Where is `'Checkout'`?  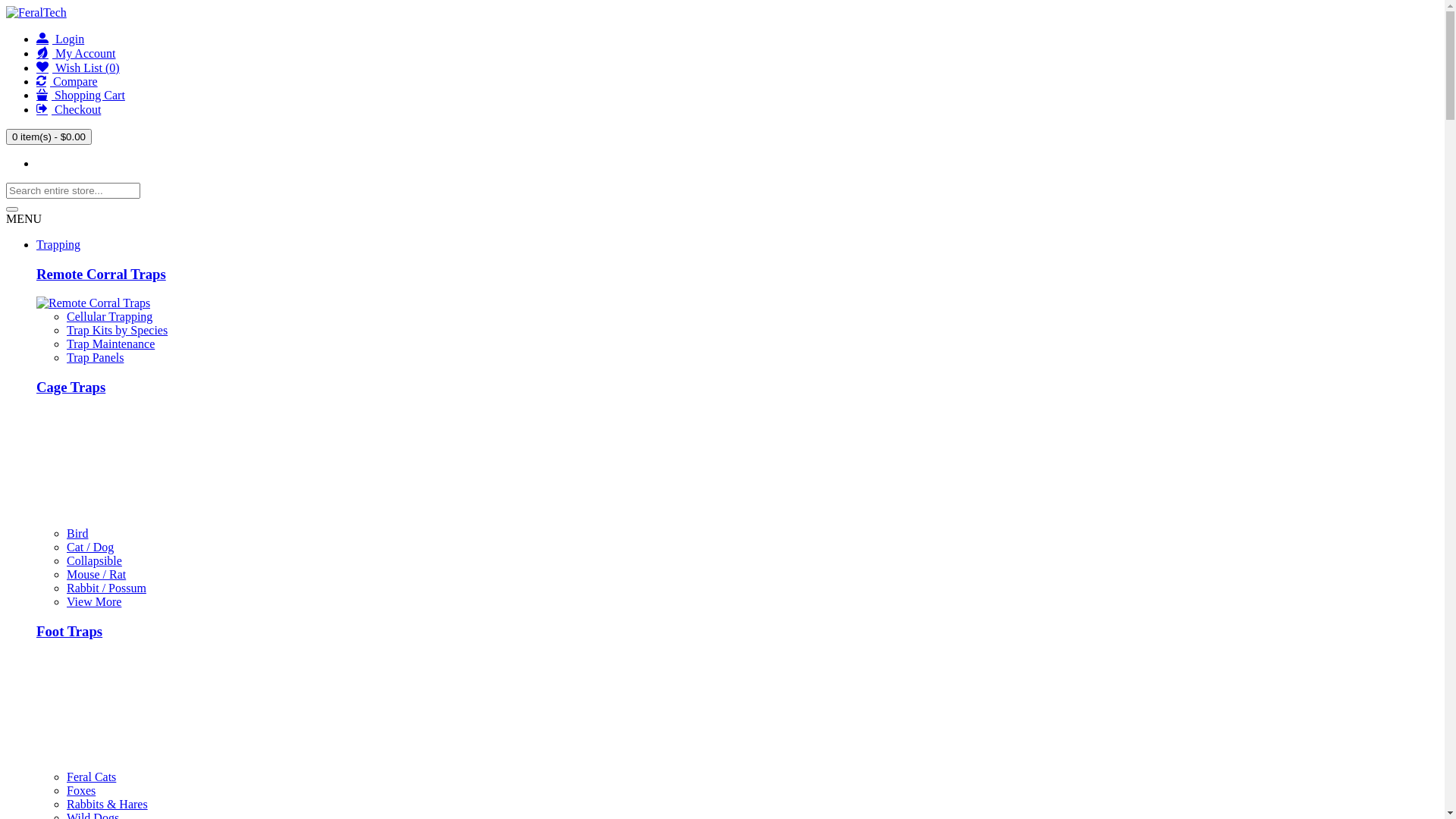 'Checkout' is located at coordinates (67, 108).